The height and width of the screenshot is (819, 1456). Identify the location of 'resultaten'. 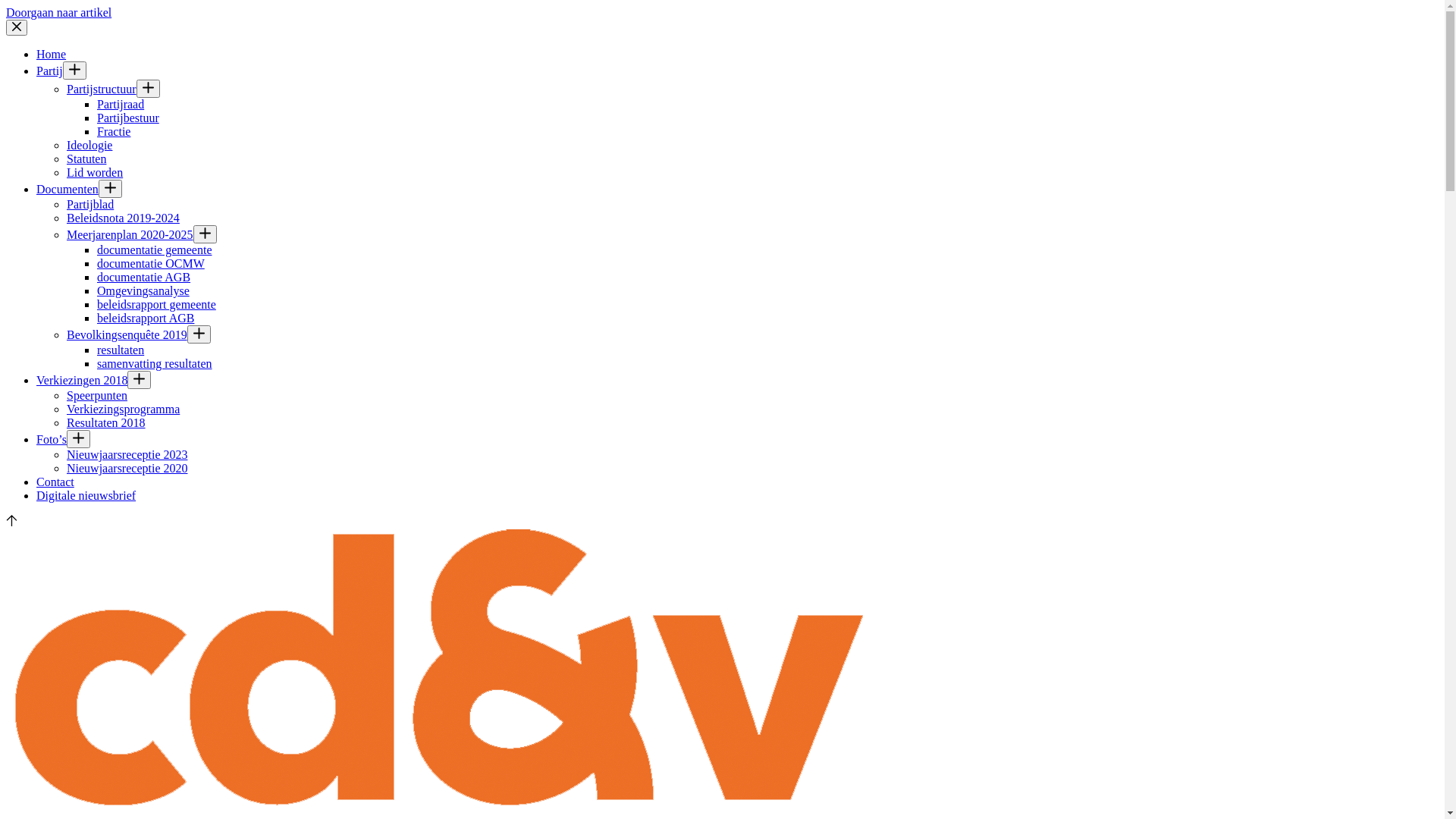
(119, 350).